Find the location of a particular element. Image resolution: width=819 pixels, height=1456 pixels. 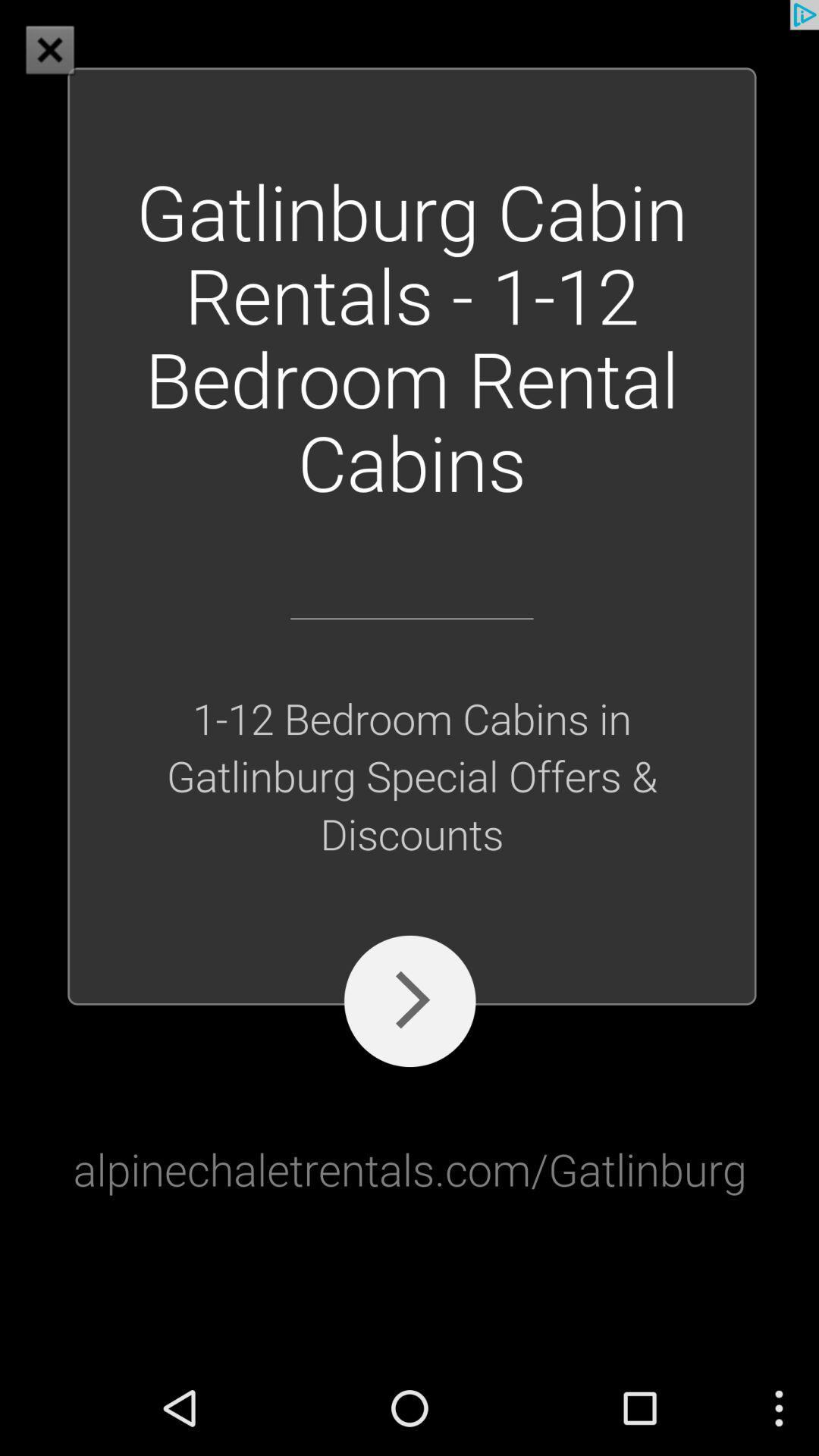

the close icon is located at coordinates (49, 53).